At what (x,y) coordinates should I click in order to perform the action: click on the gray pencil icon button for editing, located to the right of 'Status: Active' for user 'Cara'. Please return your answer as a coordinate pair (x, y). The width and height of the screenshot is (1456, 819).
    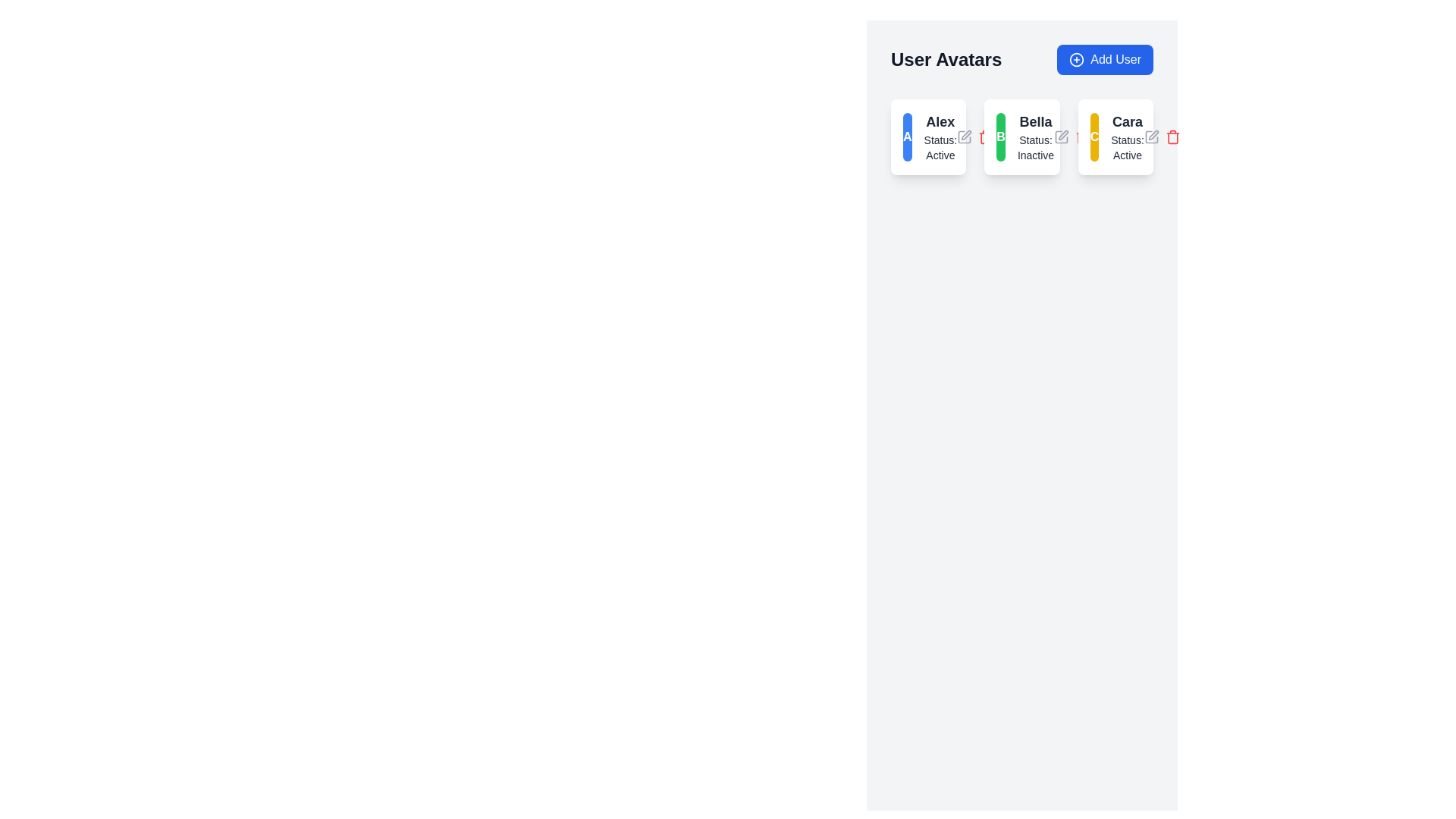
    Looking at the image, I should click on (1151, 137).